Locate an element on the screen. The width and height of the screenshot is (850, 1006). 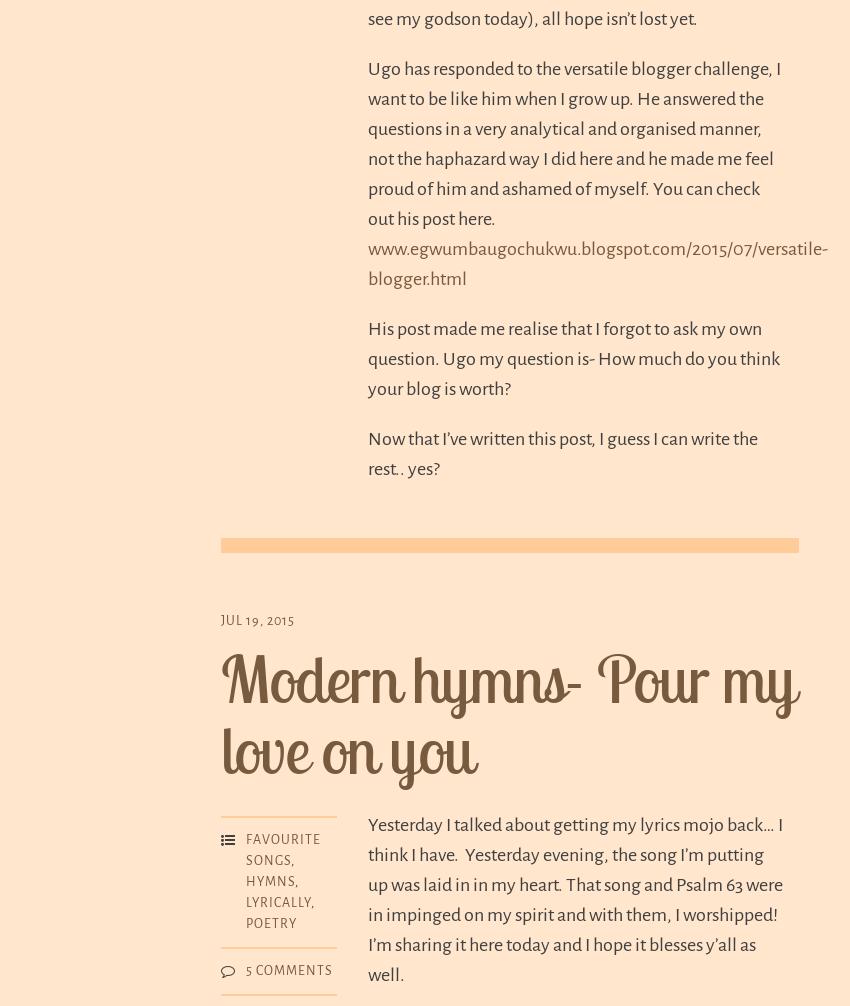
'www.egwumbaugochukwu.blogspot.com/2015/07/versatile-blogger.html' is located at coordinates (596, 261).